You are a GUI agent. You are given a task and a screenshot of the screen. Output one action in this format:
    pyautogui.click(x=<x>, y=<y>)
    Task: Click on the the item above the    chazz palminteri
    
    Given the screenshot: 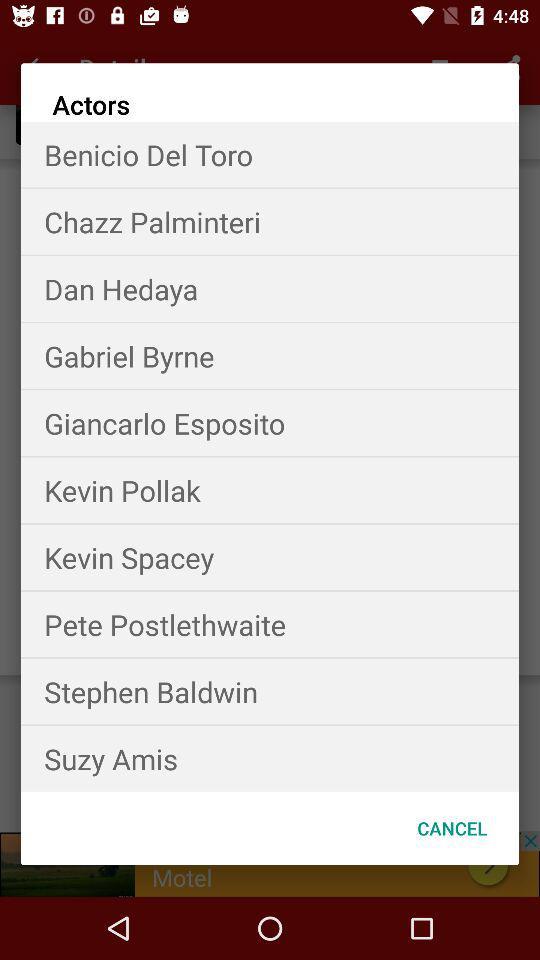 What is the action you would take?
    pyautogui.click(x=270, y=153)
    